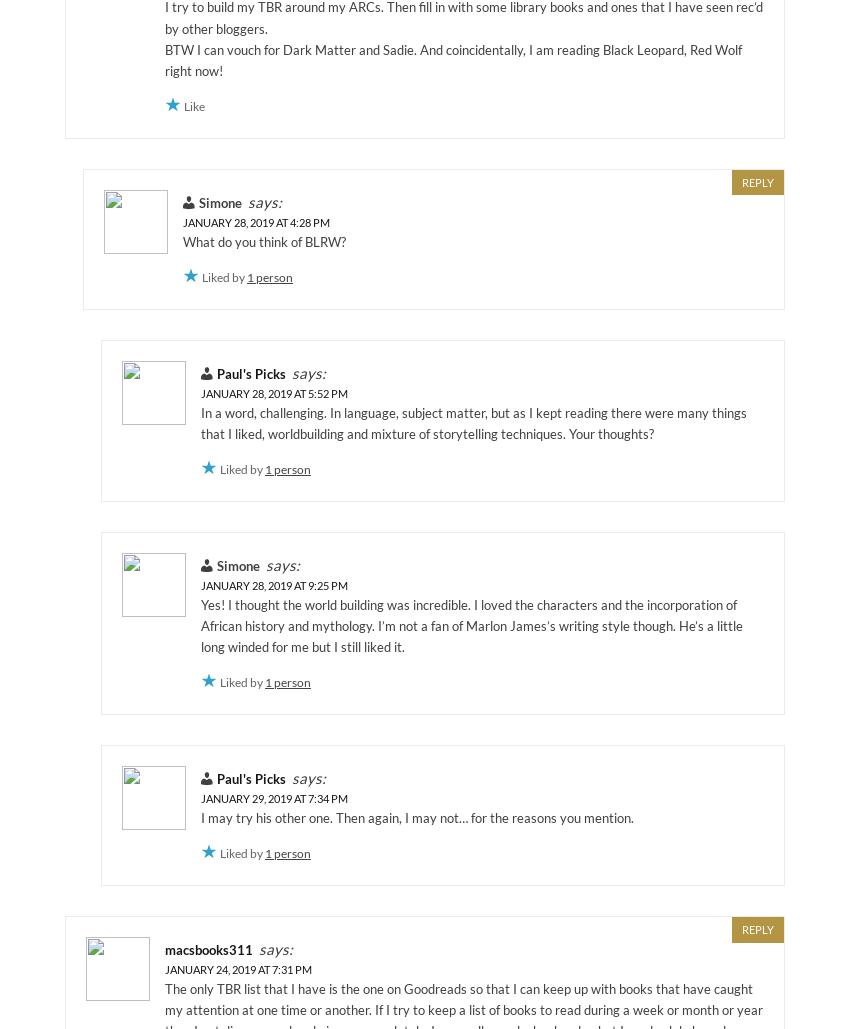  I want to click on 'In a word, challenging. In language, subject matter, but as I kept reading there were many things that I liked, worldbuilding and mixture of storytelling techniques.  Your thoughts?', so click(473, 421).